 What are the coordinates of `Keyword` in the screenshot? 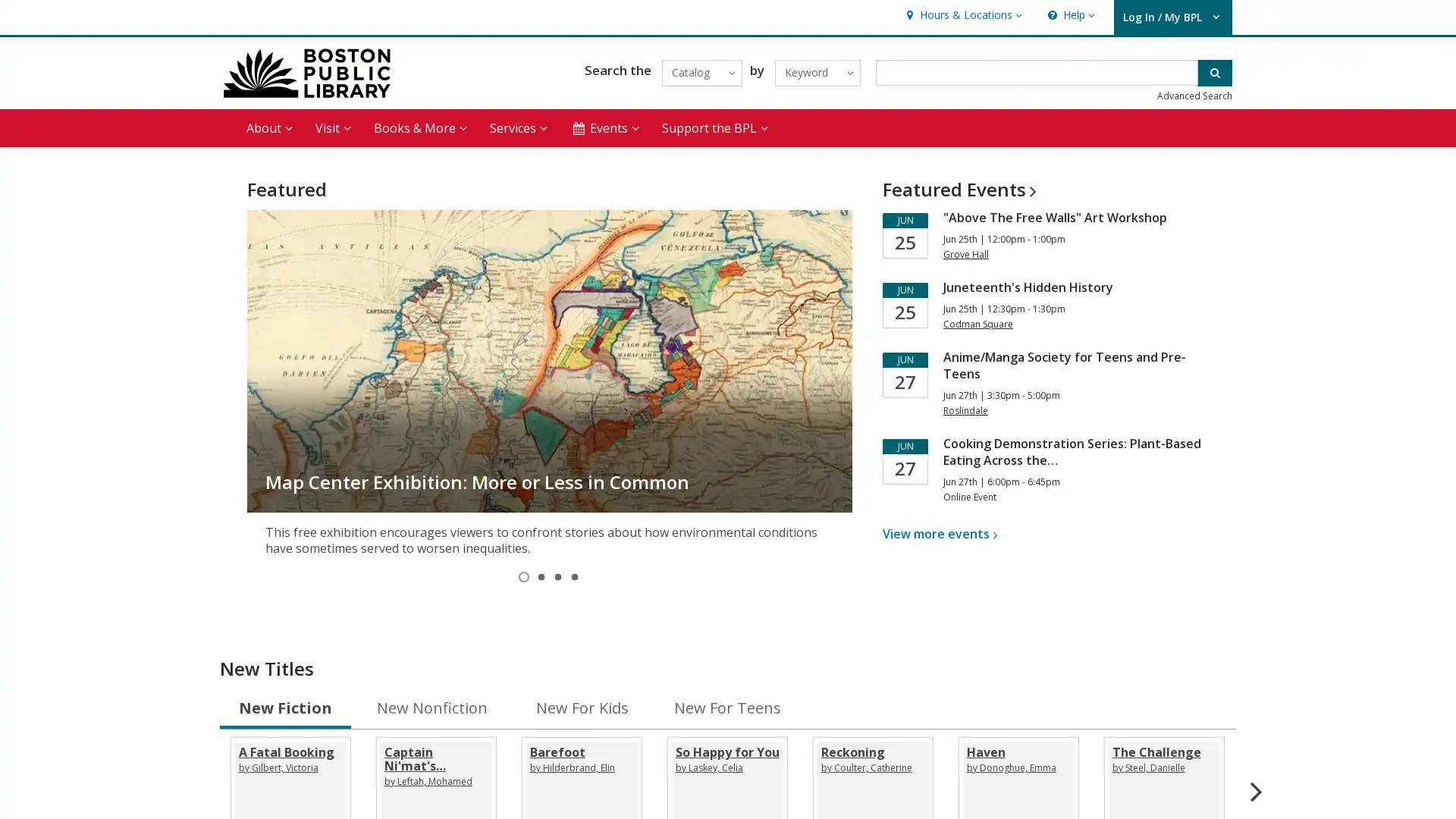 It's located at (816, 72).